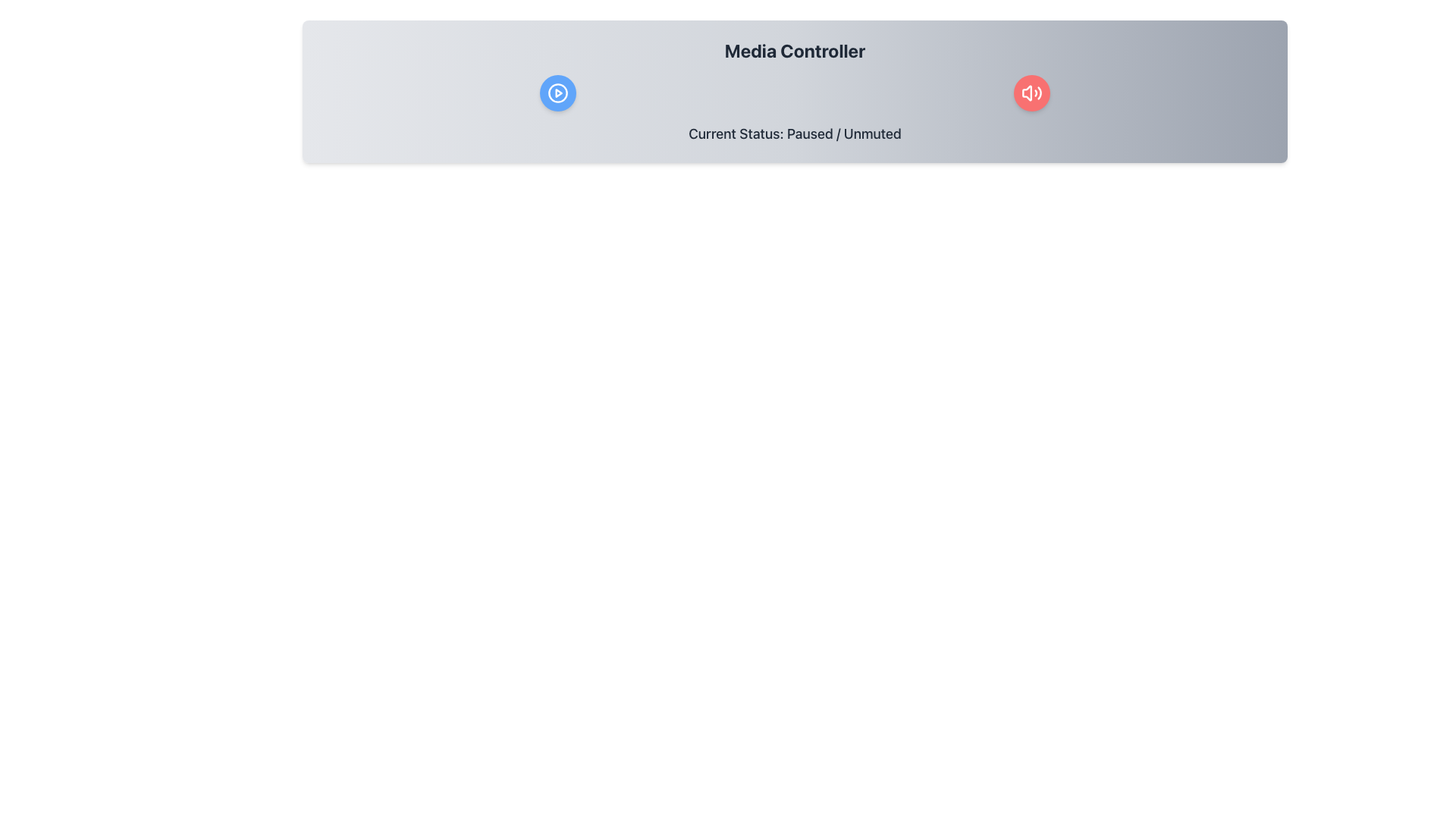 This screenshot has height=819, width=1456. Describe the element at coordinates (557, 93) in the screenshot. I see `the Play icon located at the center of the circular button on the left side of the toolbar to initiate media playback` at that location.